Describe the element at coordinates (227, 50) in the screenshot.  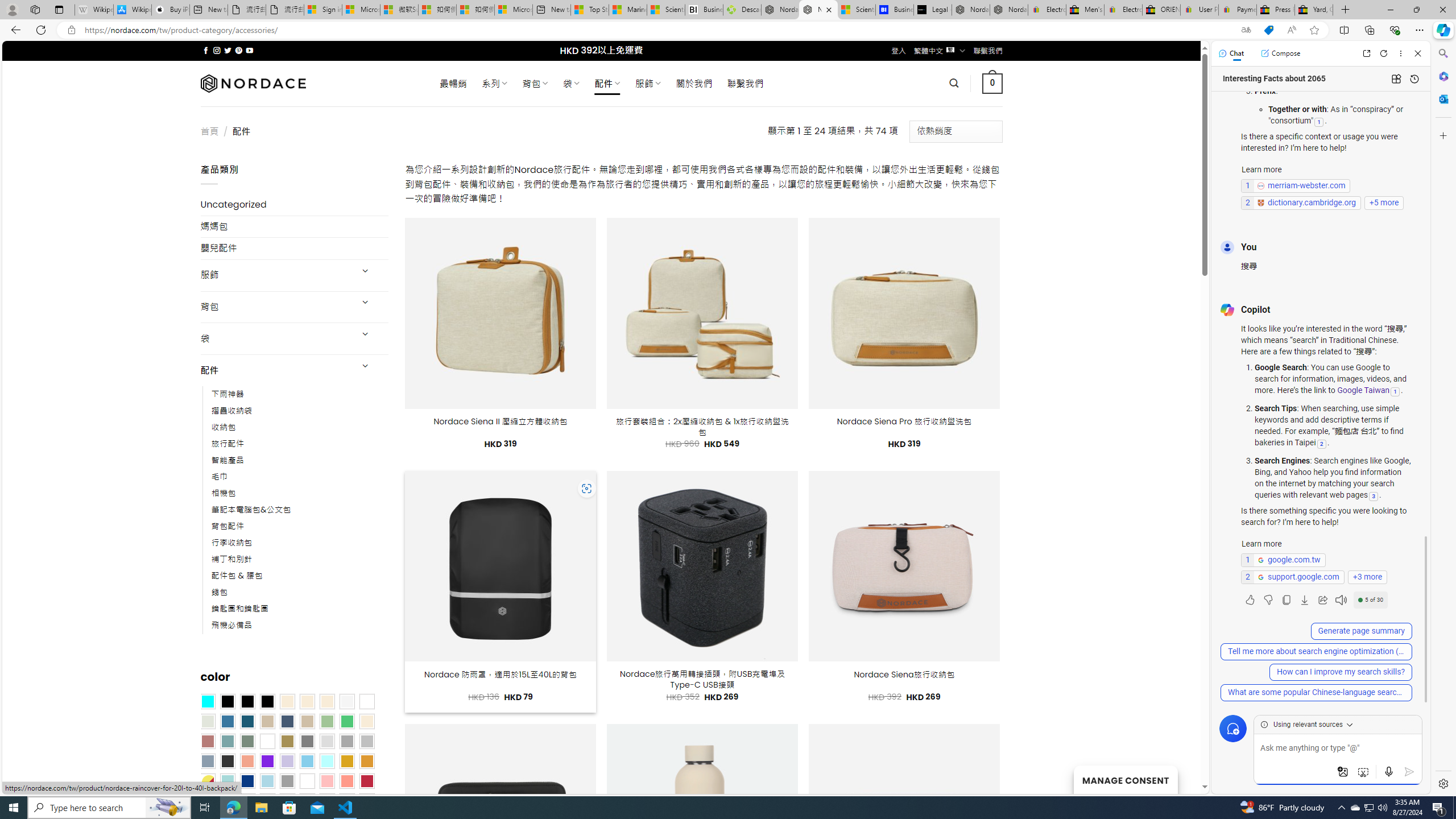
I see `'Follow on Twitter'` at that location.